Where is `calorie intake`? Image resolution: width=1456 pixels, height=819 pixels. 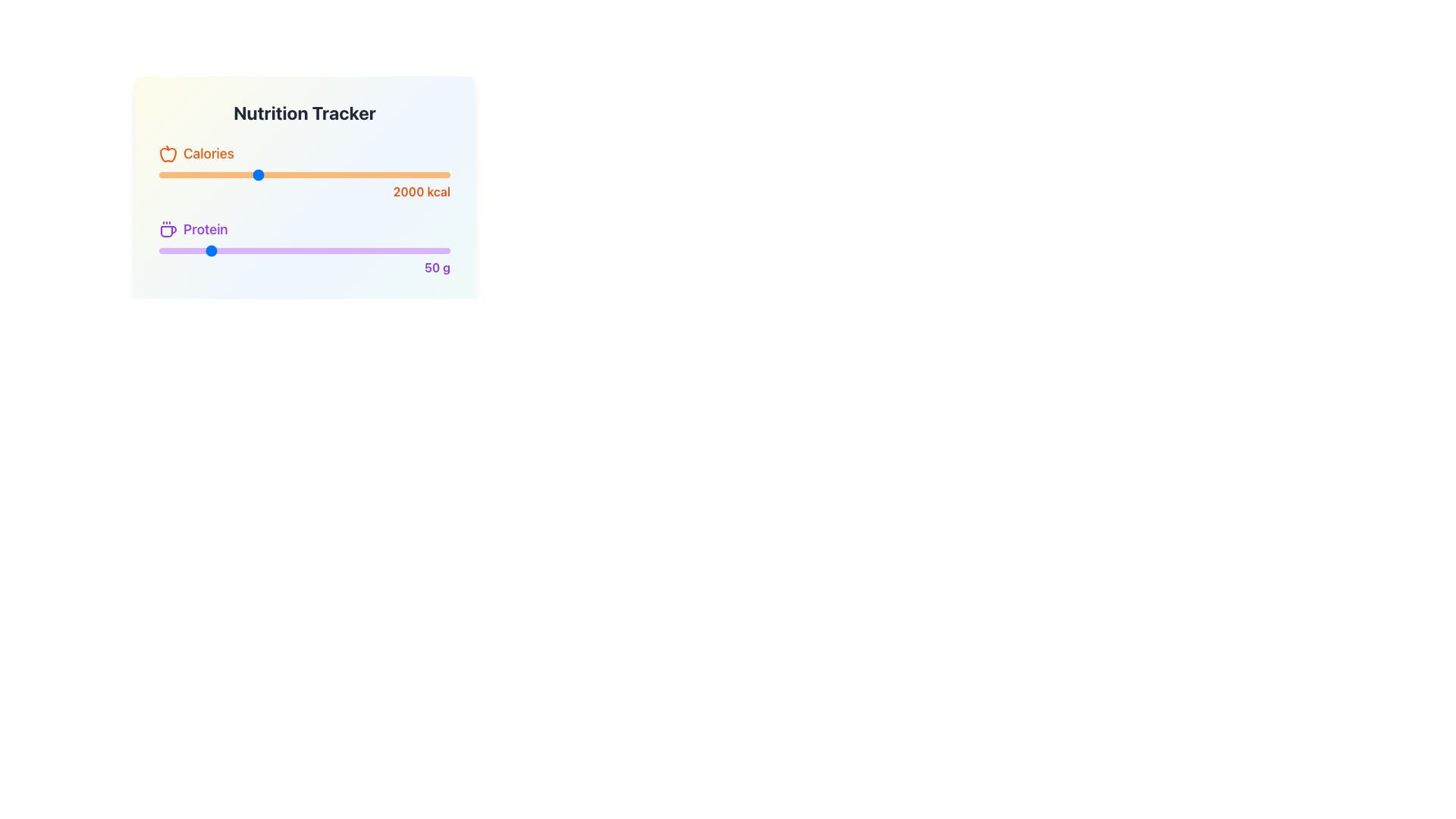 calorie intake is located at coordinates (448, 171).